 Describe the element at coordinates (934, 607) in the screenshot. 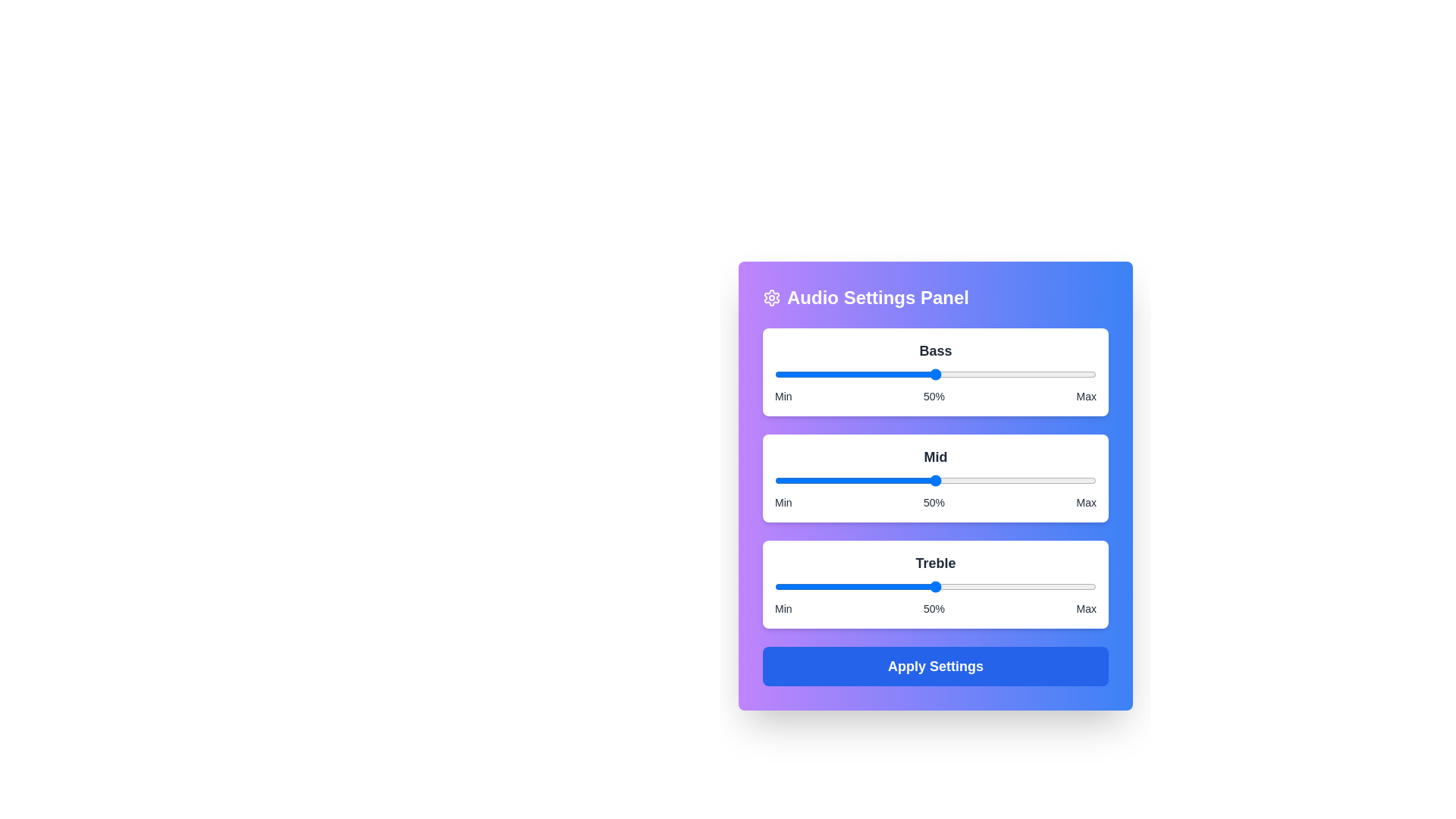

I see `the label indicating the values for the treble slider in the audio settings panel, which displays 'Min', 'Max', and '50%'` at that location.